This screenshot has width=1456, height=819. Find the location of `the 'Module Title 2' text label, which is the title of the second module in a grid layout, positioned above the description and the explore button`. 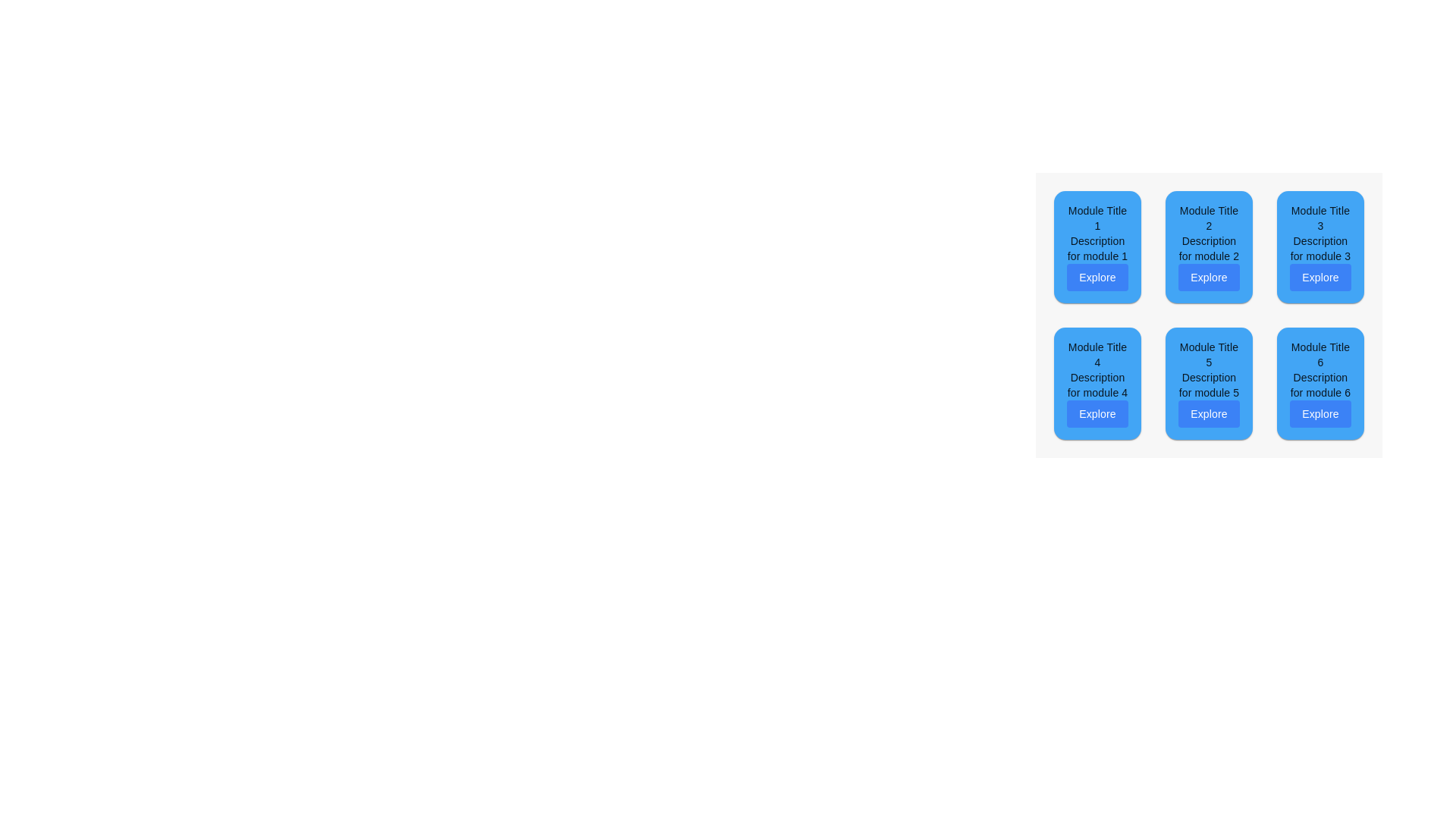

the 'Module Title 2' text label, which is the title of the second module in a grid layout, positioned above the description and the explore button is located at coordinates (1208, 218).